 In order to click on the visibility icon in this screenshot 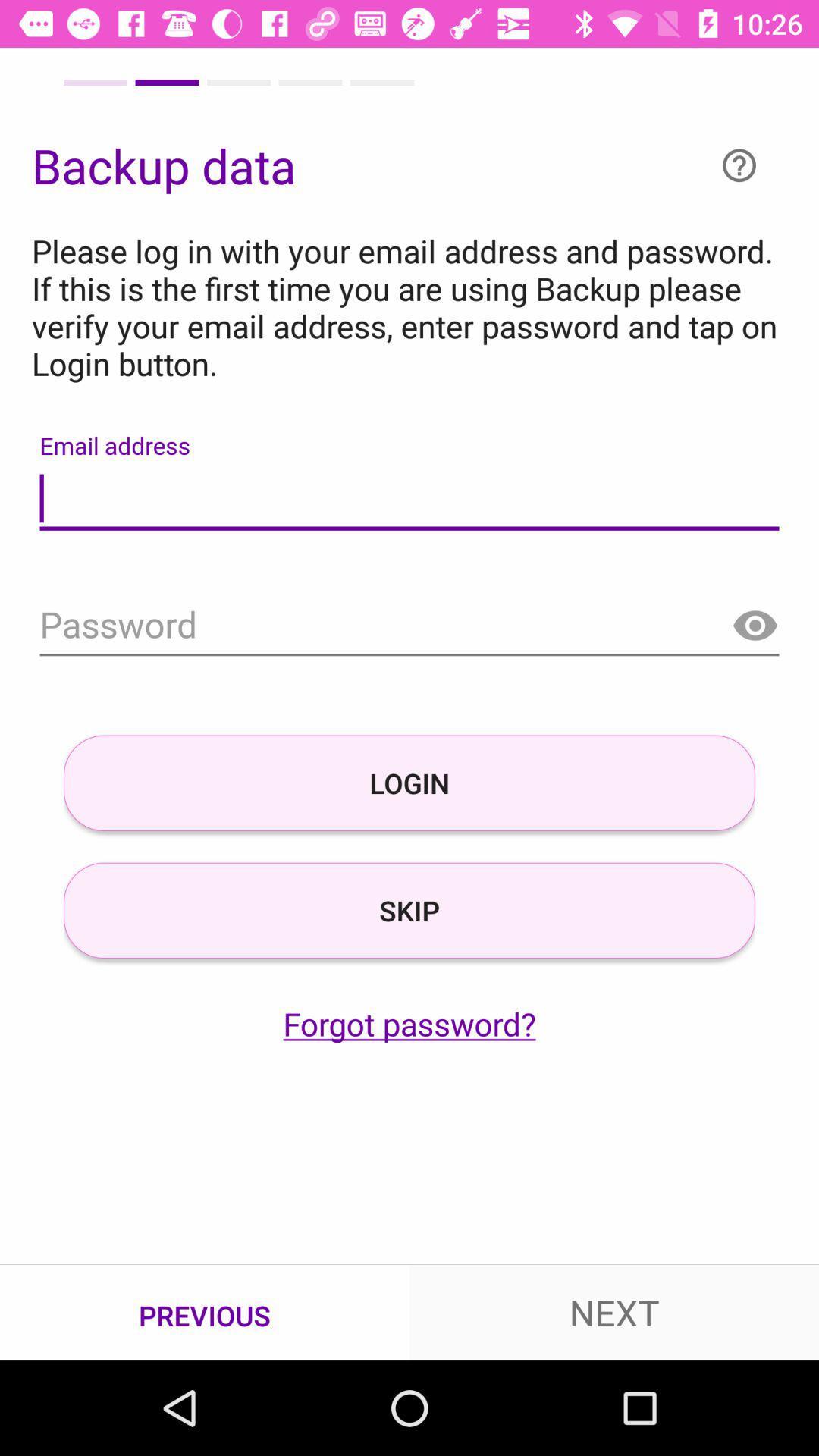, I will do `click(755, 626)`.